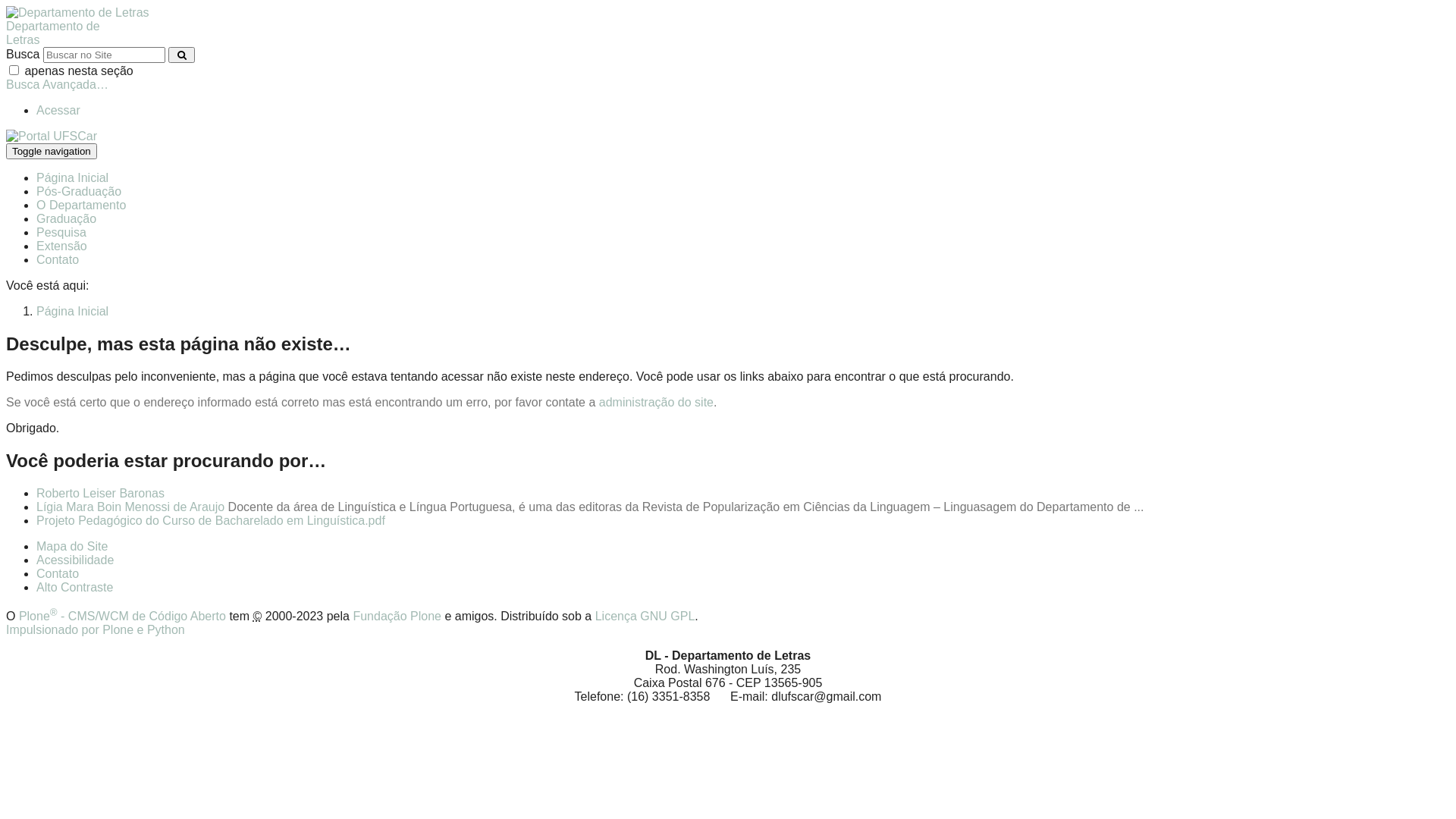  What do you see at coordinates (74, 586) in the screenshot?
I see `'Alto Contraste'` at bounding box center [74, 586].